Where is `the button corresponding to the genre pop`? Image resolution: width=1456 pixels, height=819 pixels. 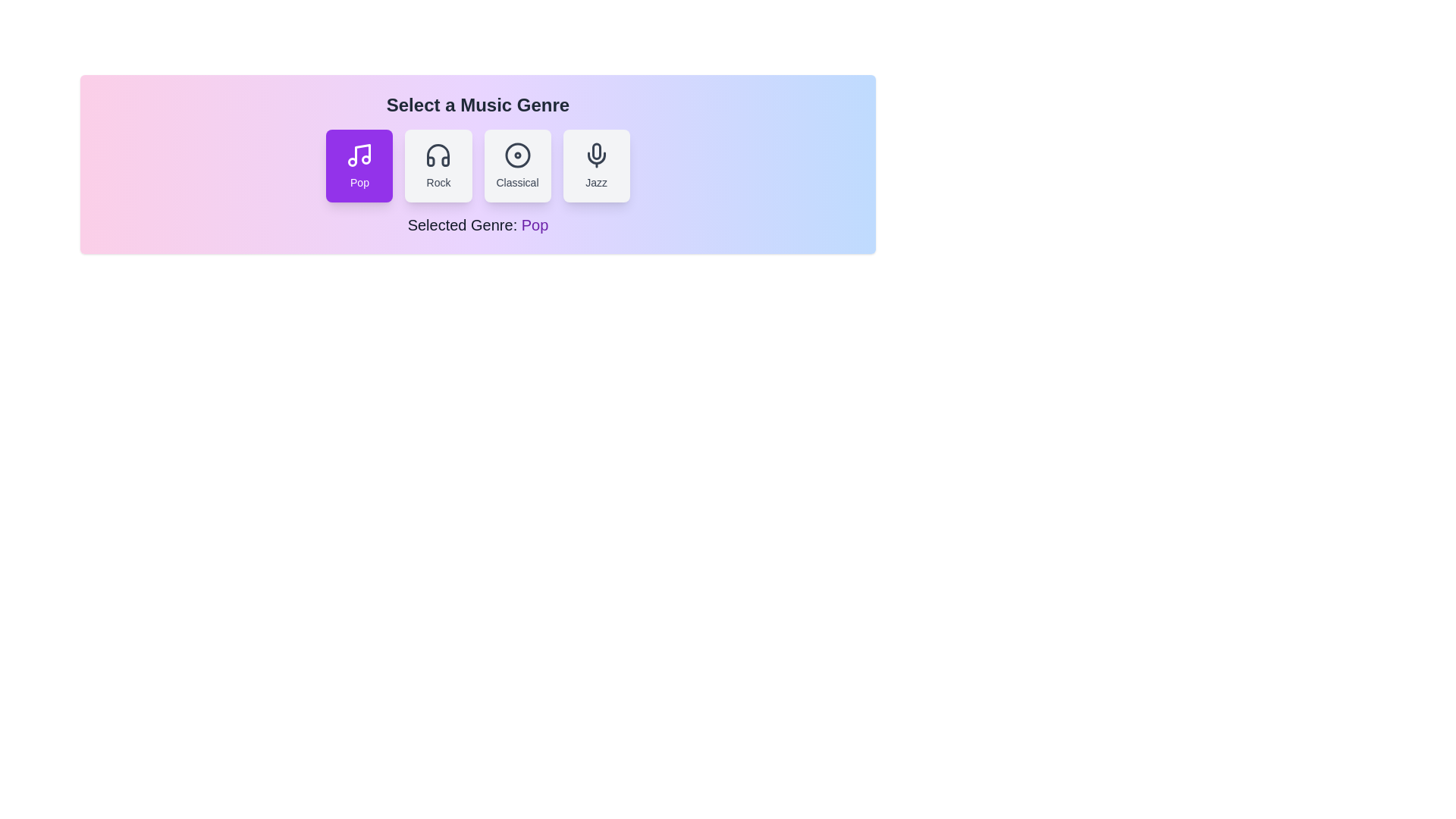 the button corresponding to the genre pop is located at coordinates (359, 166).